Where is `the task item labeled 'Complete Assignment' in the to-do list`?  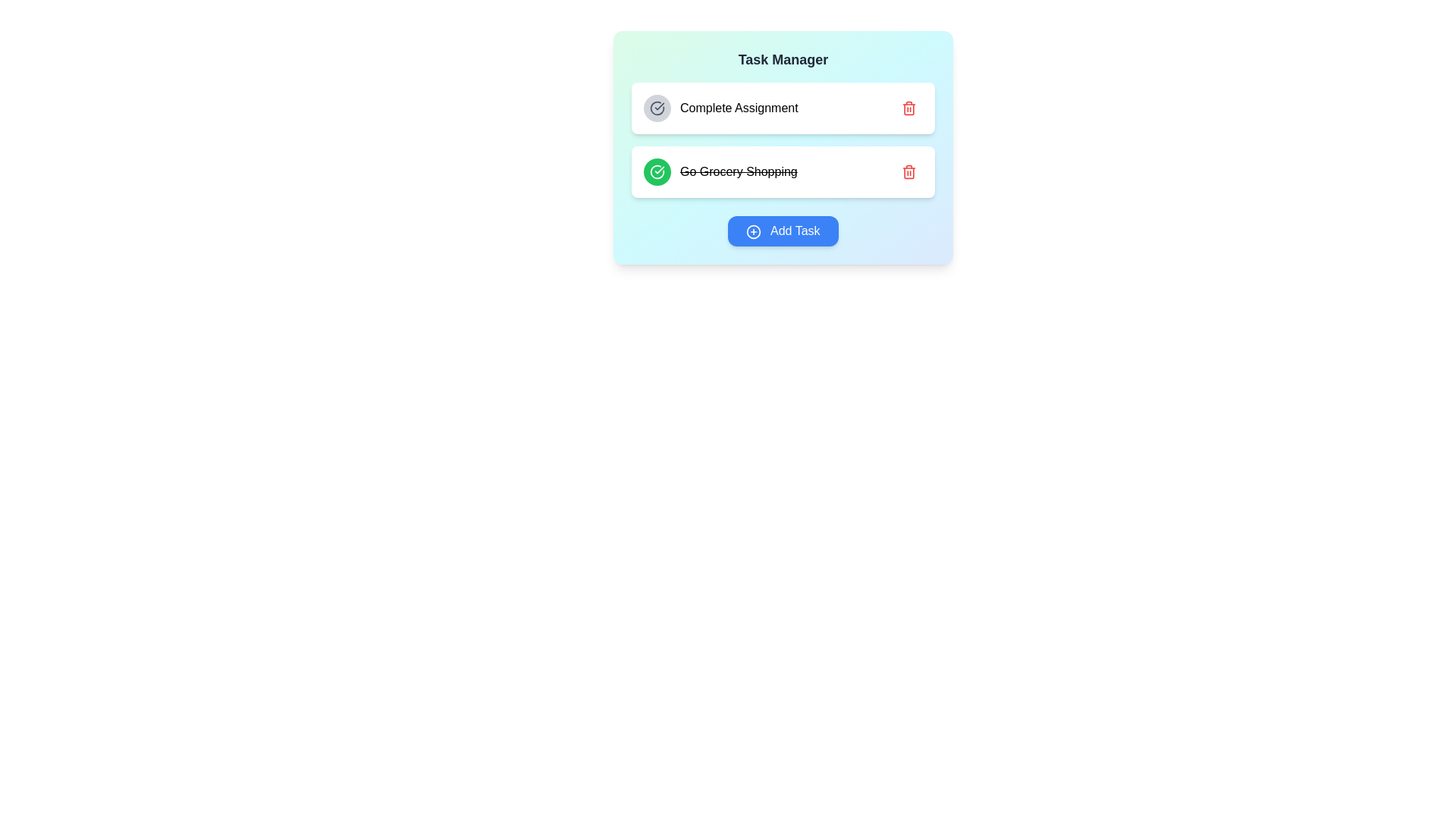 the task item labeled 'Complete Assignment' in the to-do list is located at coordinates (783, 107).